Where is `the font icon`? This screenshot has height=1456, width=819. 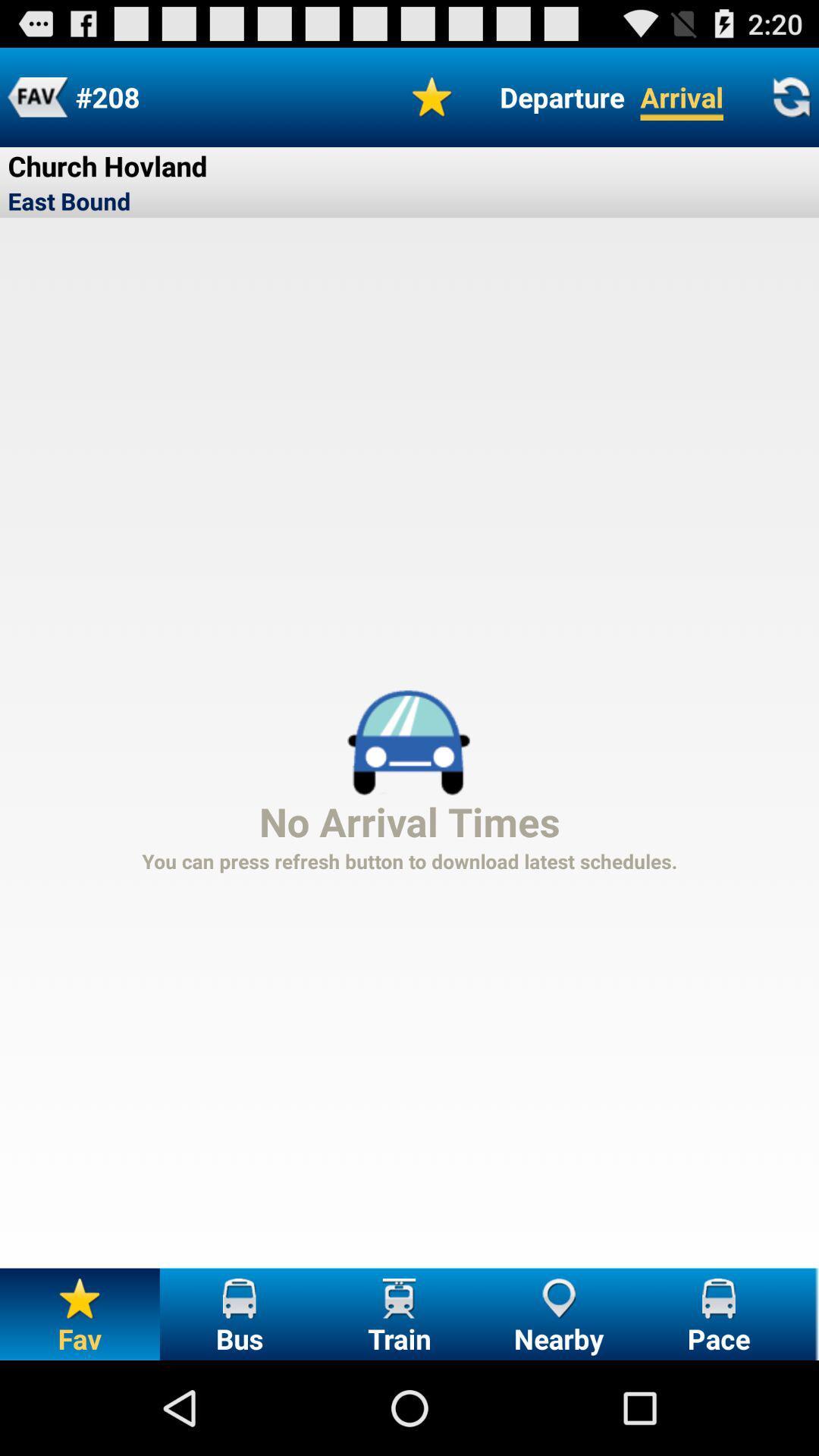
the font icon is located at coordinates (36, 103).